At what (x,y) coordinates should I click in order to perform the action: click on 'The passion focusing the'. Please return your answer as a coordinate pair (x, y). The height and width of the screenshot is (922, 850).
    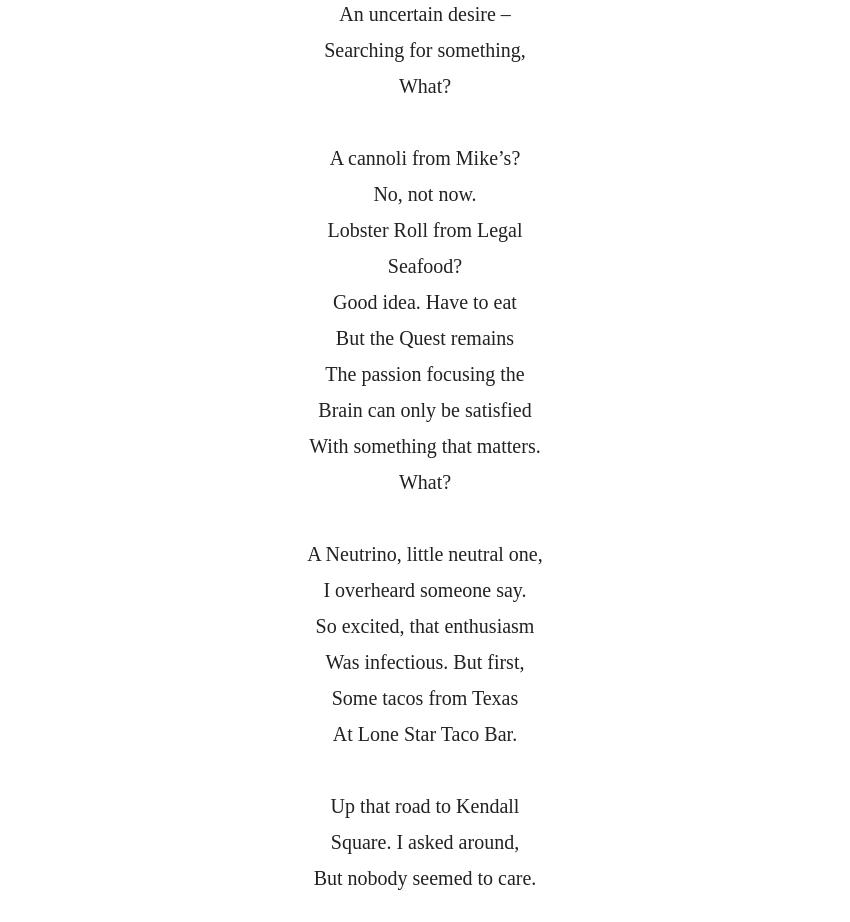
    Looking at the image, I should click on (424, 372).